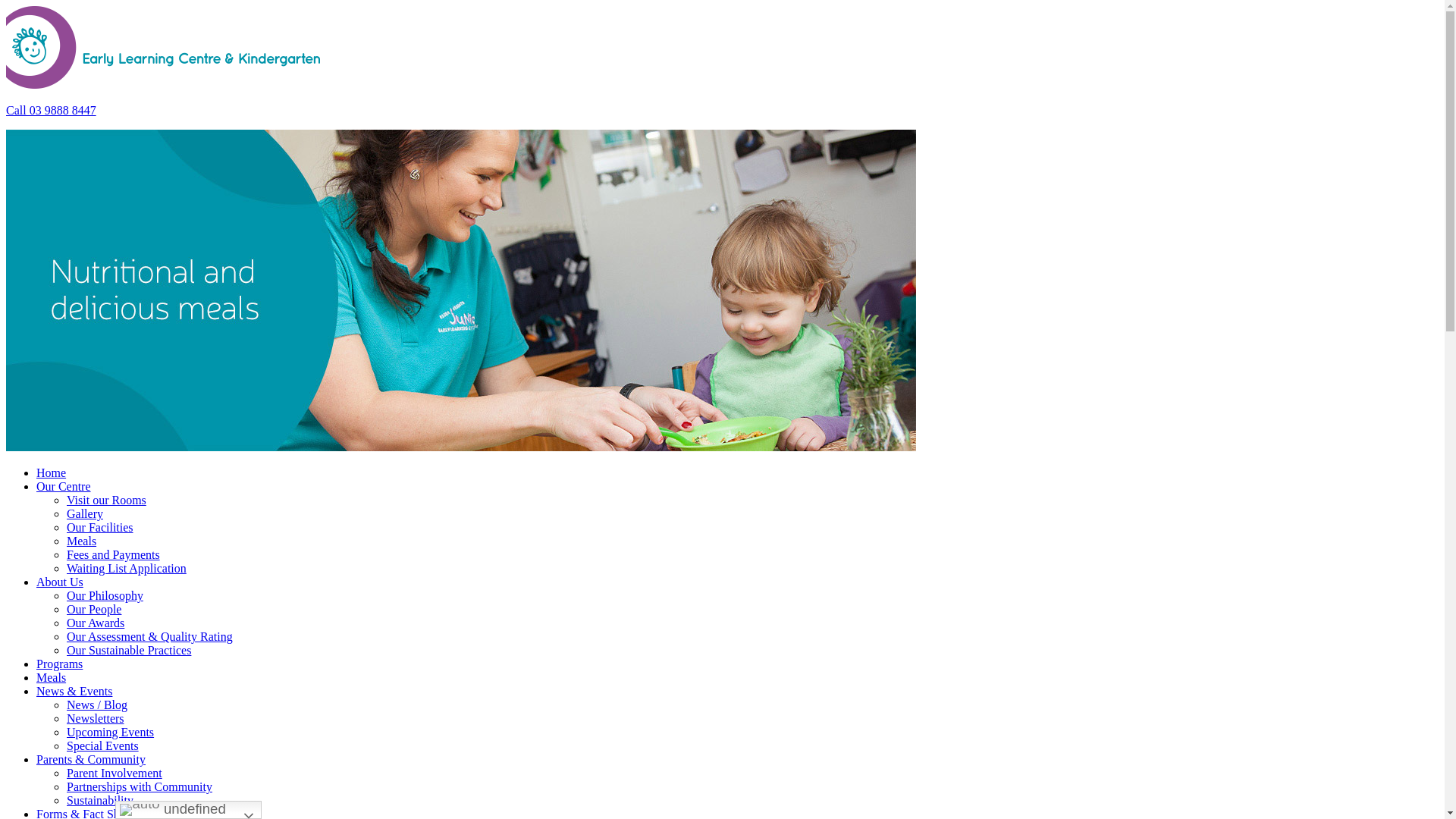  I want to click on 'Waiting List Application', so click(65, 568).